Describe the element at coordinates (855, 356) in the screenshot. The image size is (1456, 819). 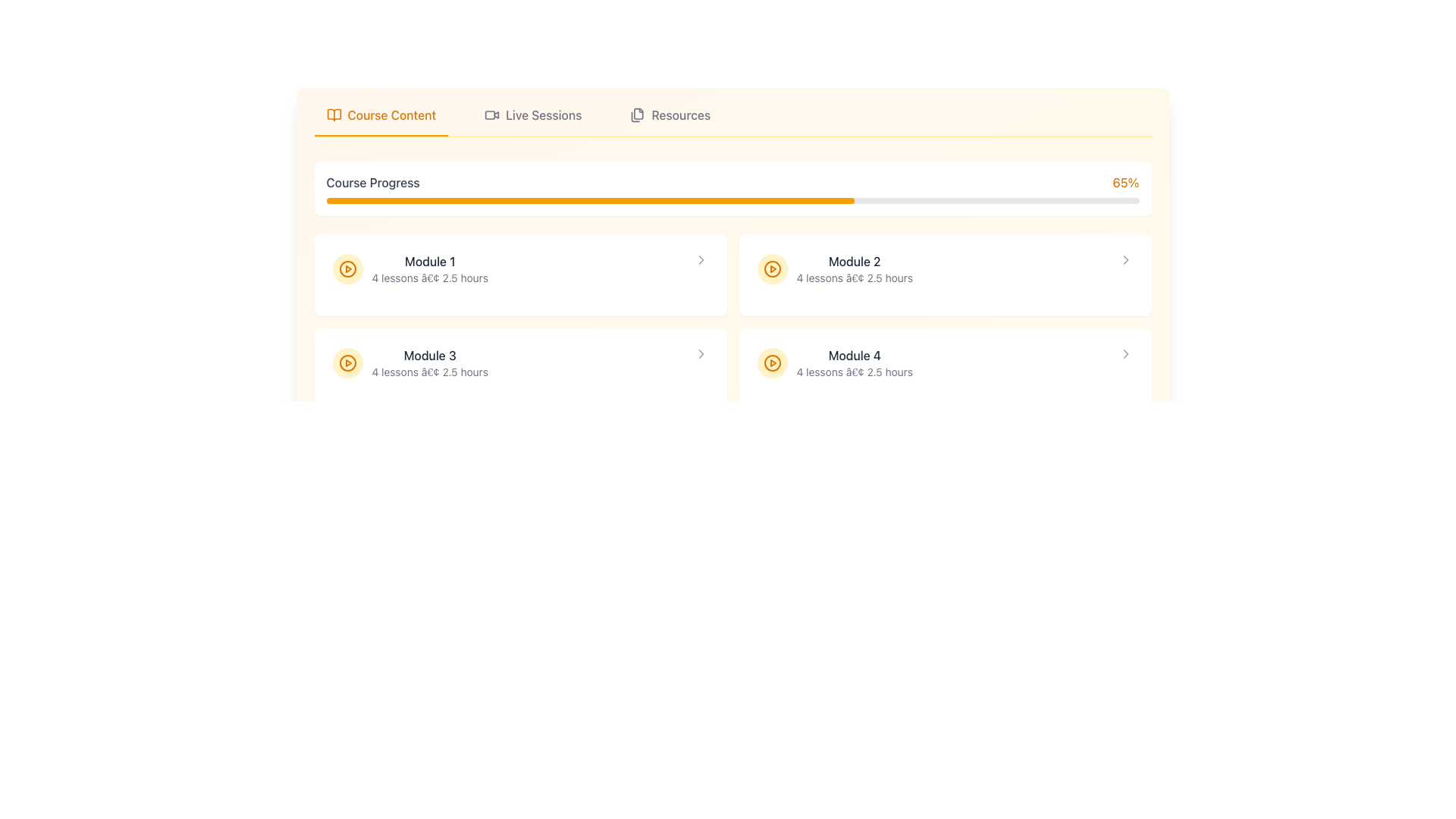
I see `the text label displaying 'Module 4', located in the lower-right quadrant of the page, to interact with adjacent elements` at that location.